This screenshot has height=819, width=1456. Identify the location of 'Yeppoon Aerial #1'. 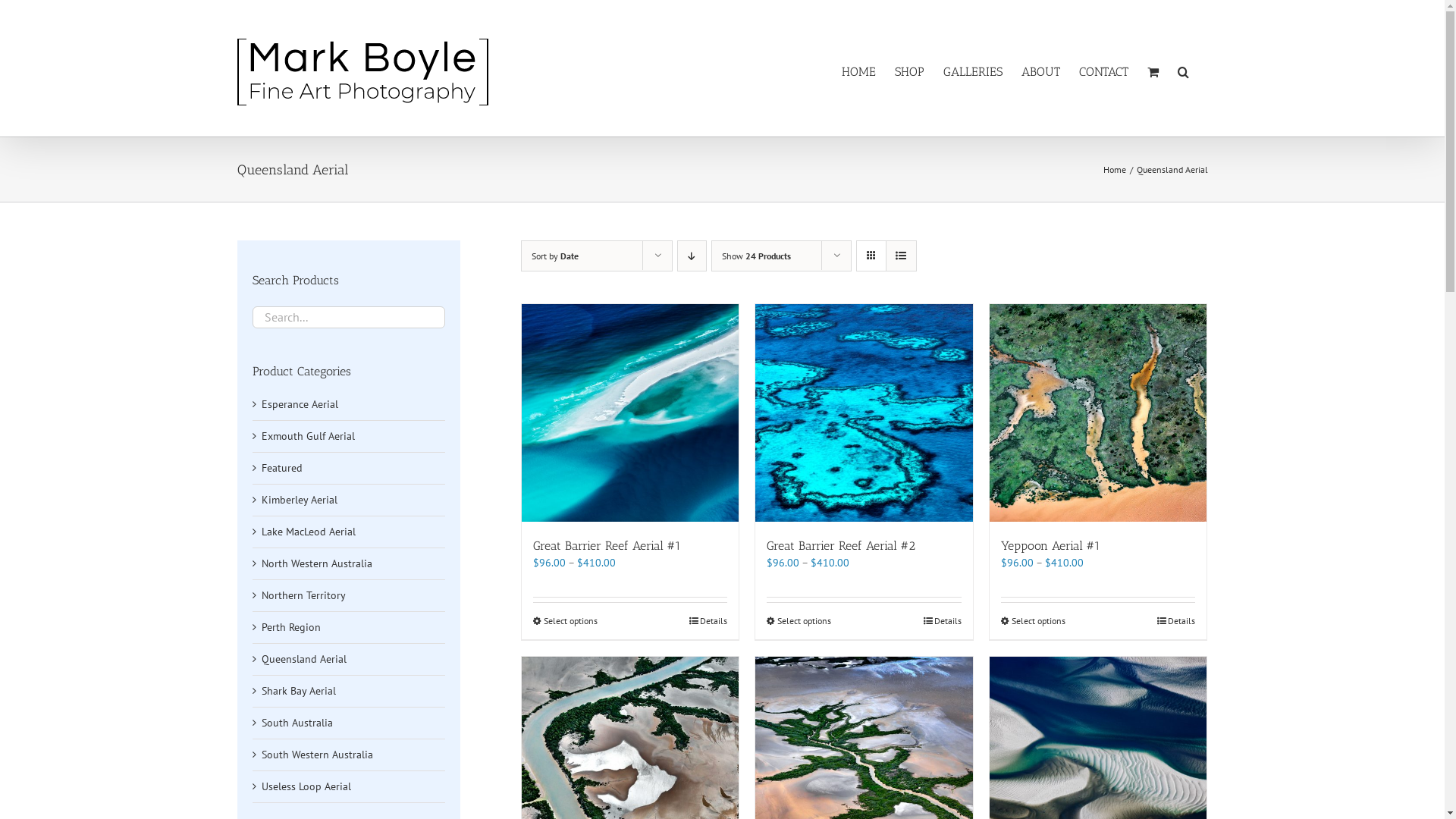
(1050, 544).